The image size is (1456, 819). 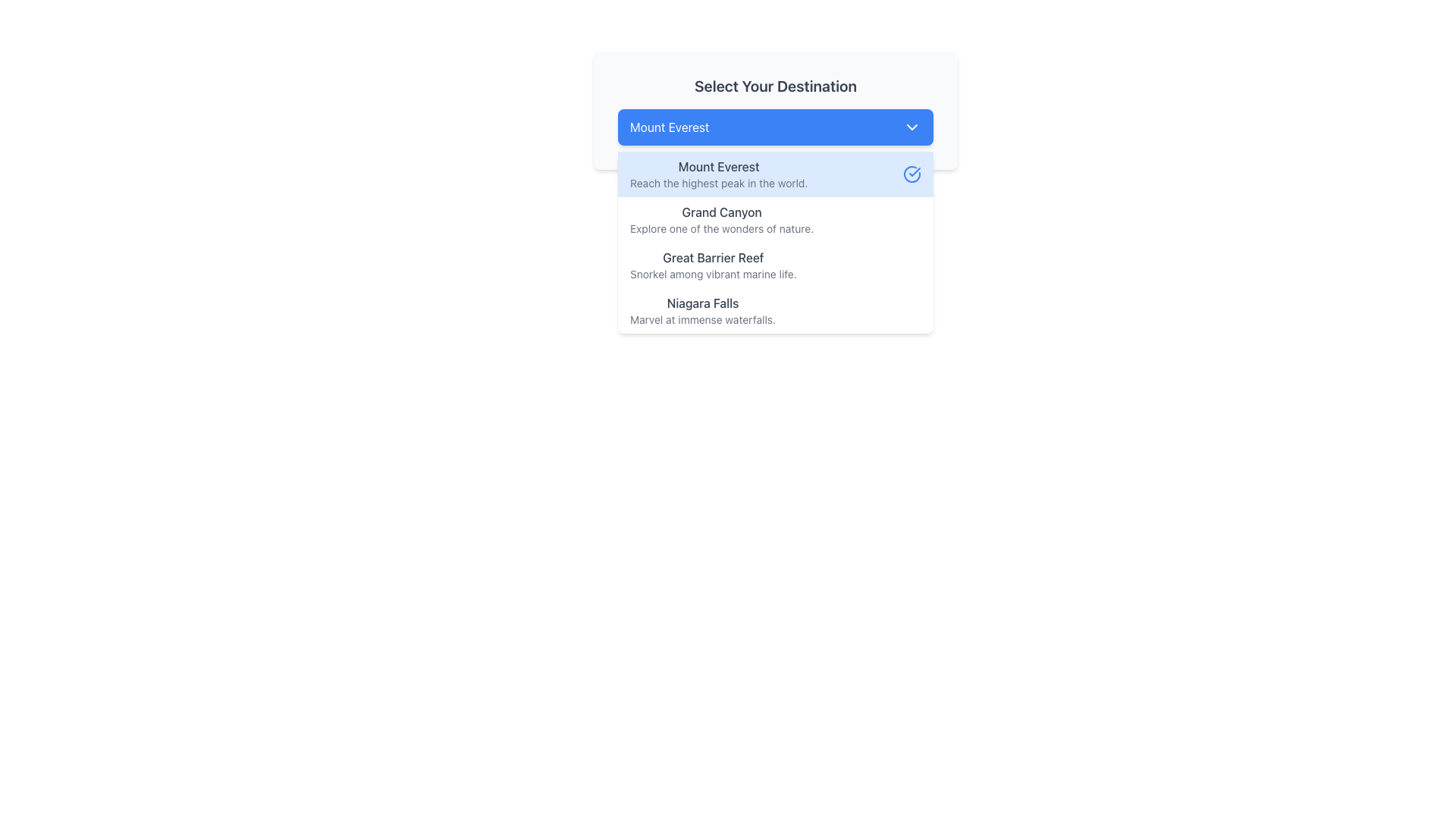 I want to click on the first entry in the dropdown list labeled 'Mount Everest', so click(x=775, y=174).